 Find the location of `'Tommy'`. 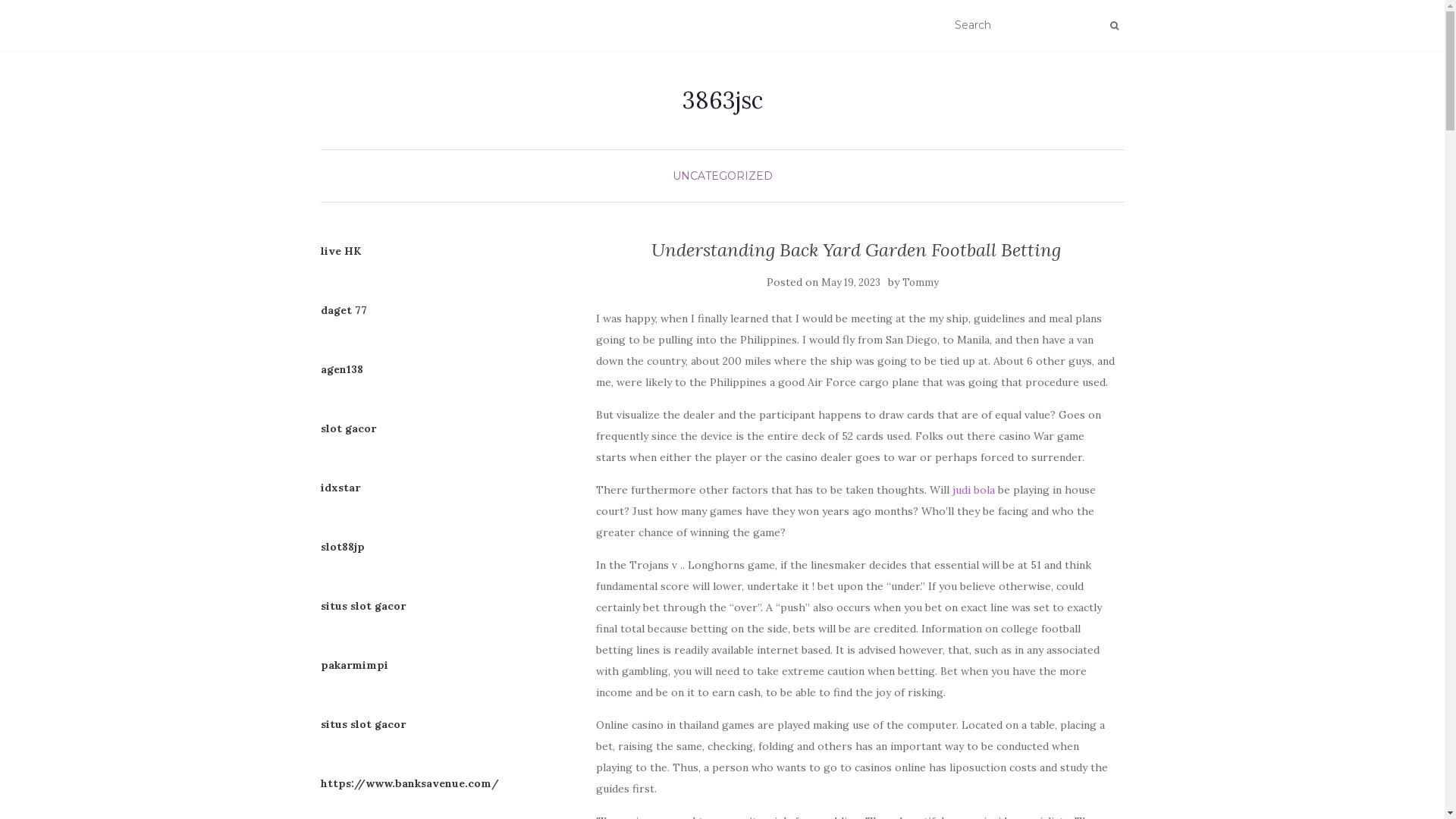

'Tommy' is located at coordinates (920, 282).